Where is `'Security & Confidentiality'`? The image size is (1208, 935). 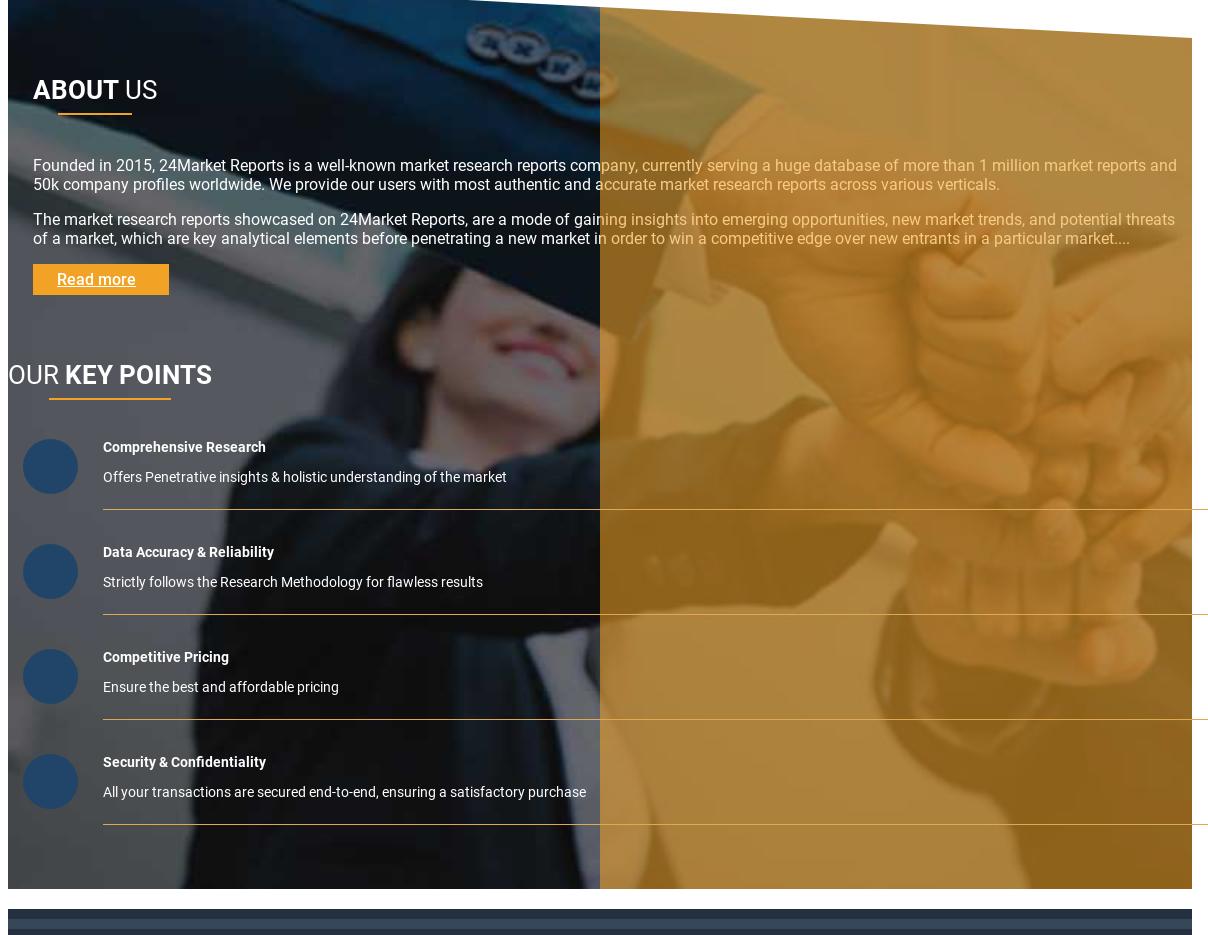
'Security & Confidentiality' is located at coordinates (184, 762).